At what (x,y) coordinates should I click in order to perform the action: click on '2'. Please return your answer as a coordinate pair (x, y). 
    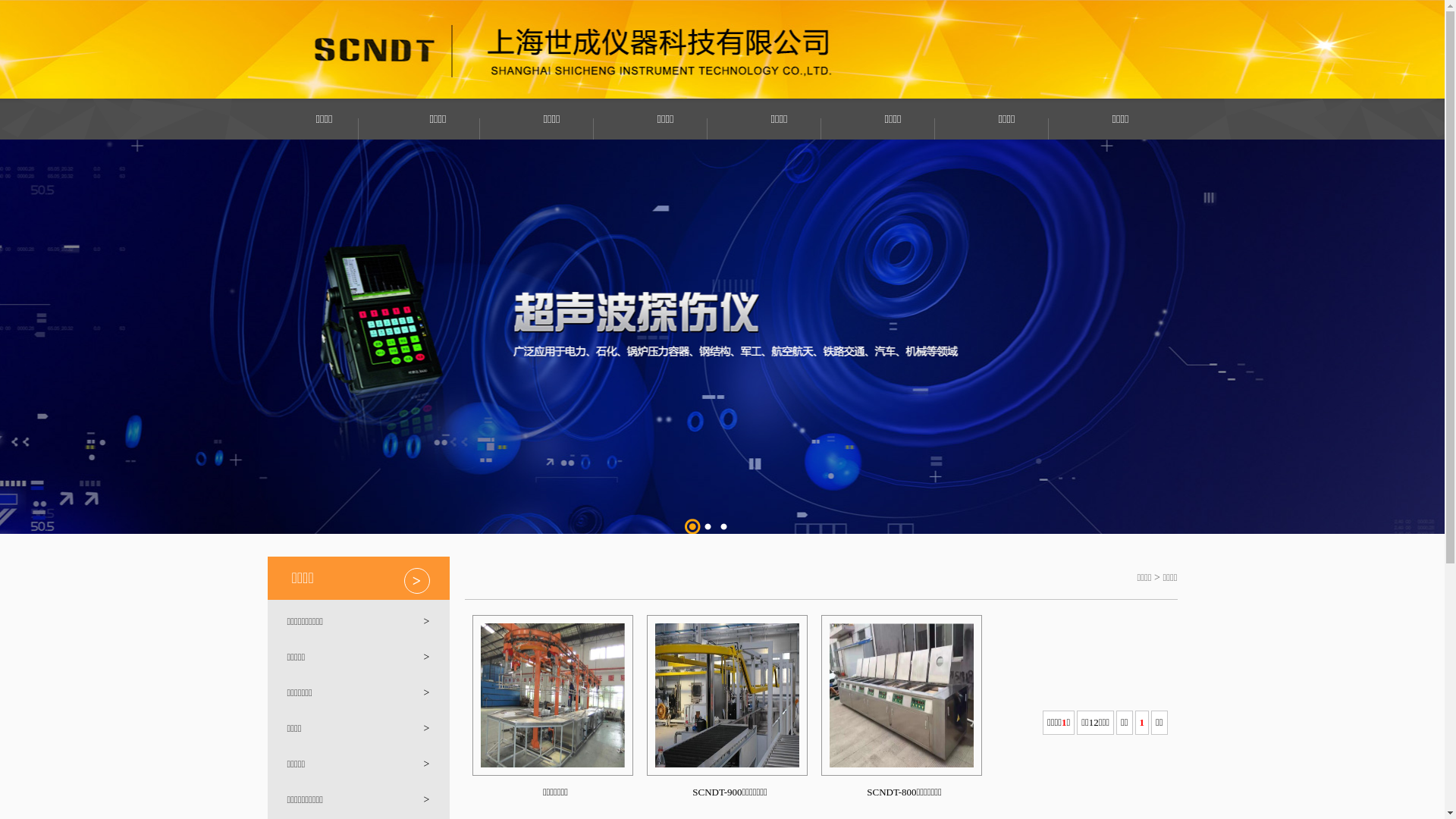
    Looking at the image, I should click on (708, 526).